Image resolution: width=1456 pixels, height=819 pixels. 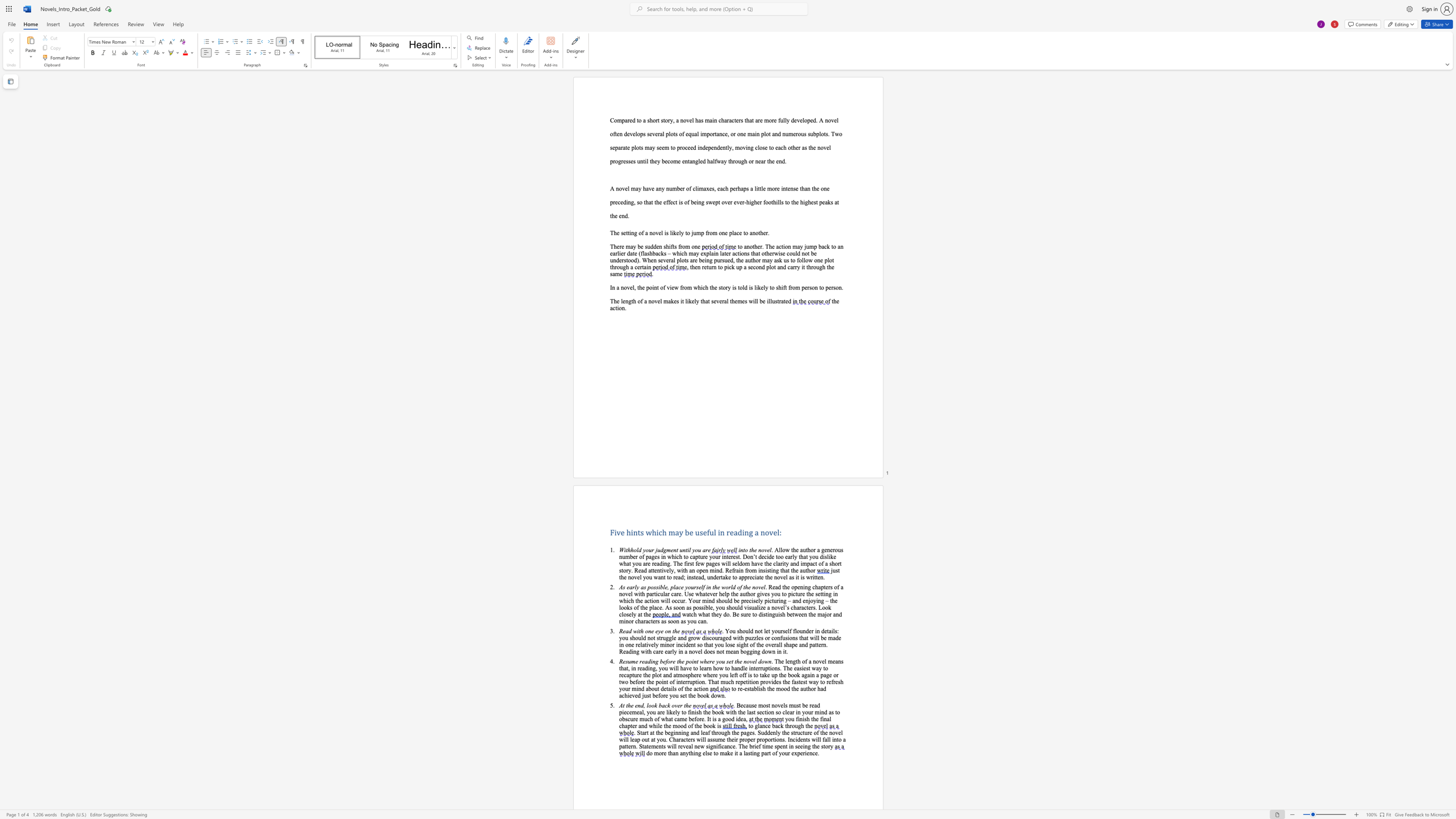 What do you see at coordinates (640, 631) in the screenshot?
I see `the subset text "h one eye on th" within the text "Read with one eye on the"` at bounding box center [640, 631].